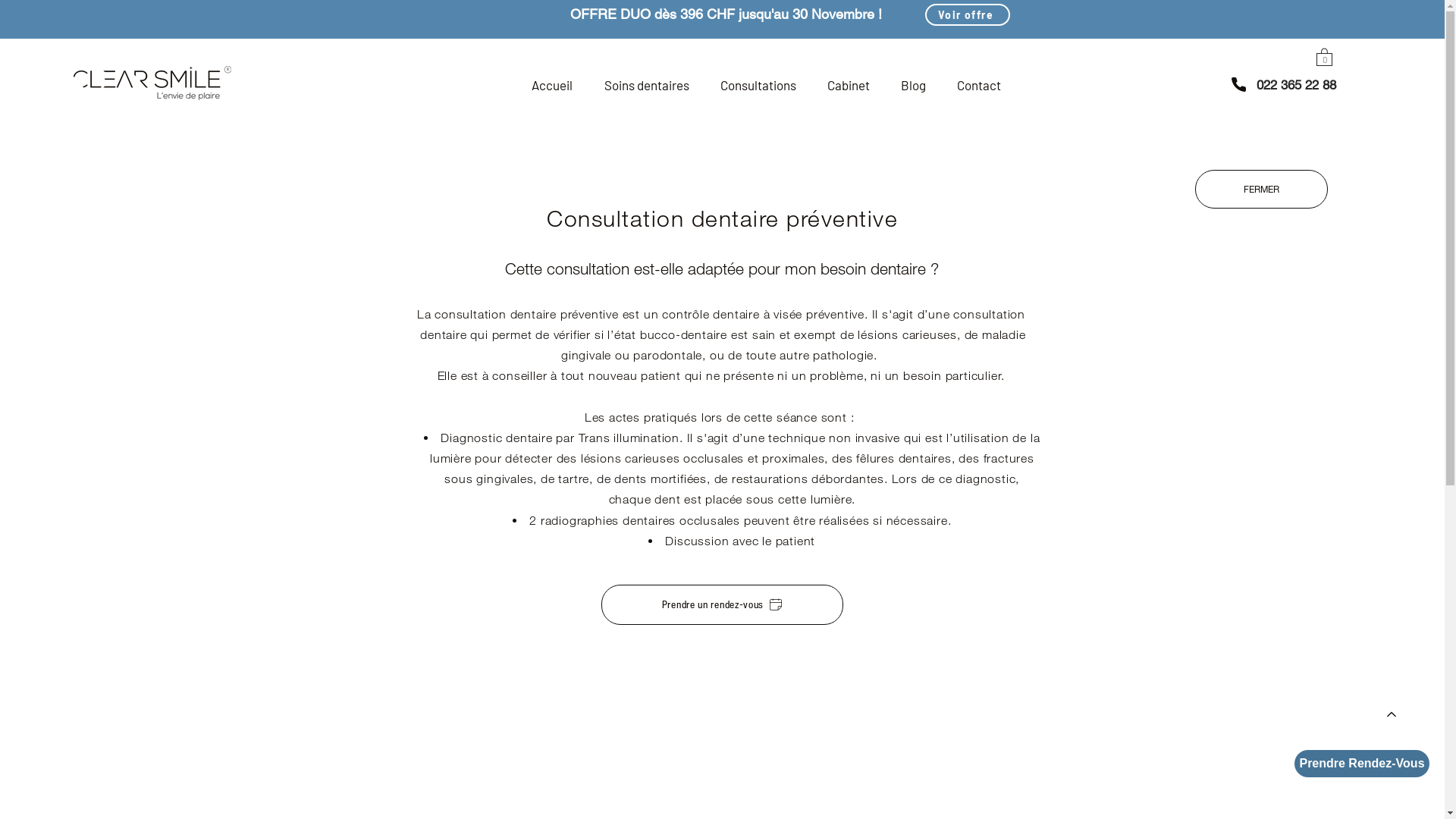  I want to click on 'FERMER', so click(1261, 188).